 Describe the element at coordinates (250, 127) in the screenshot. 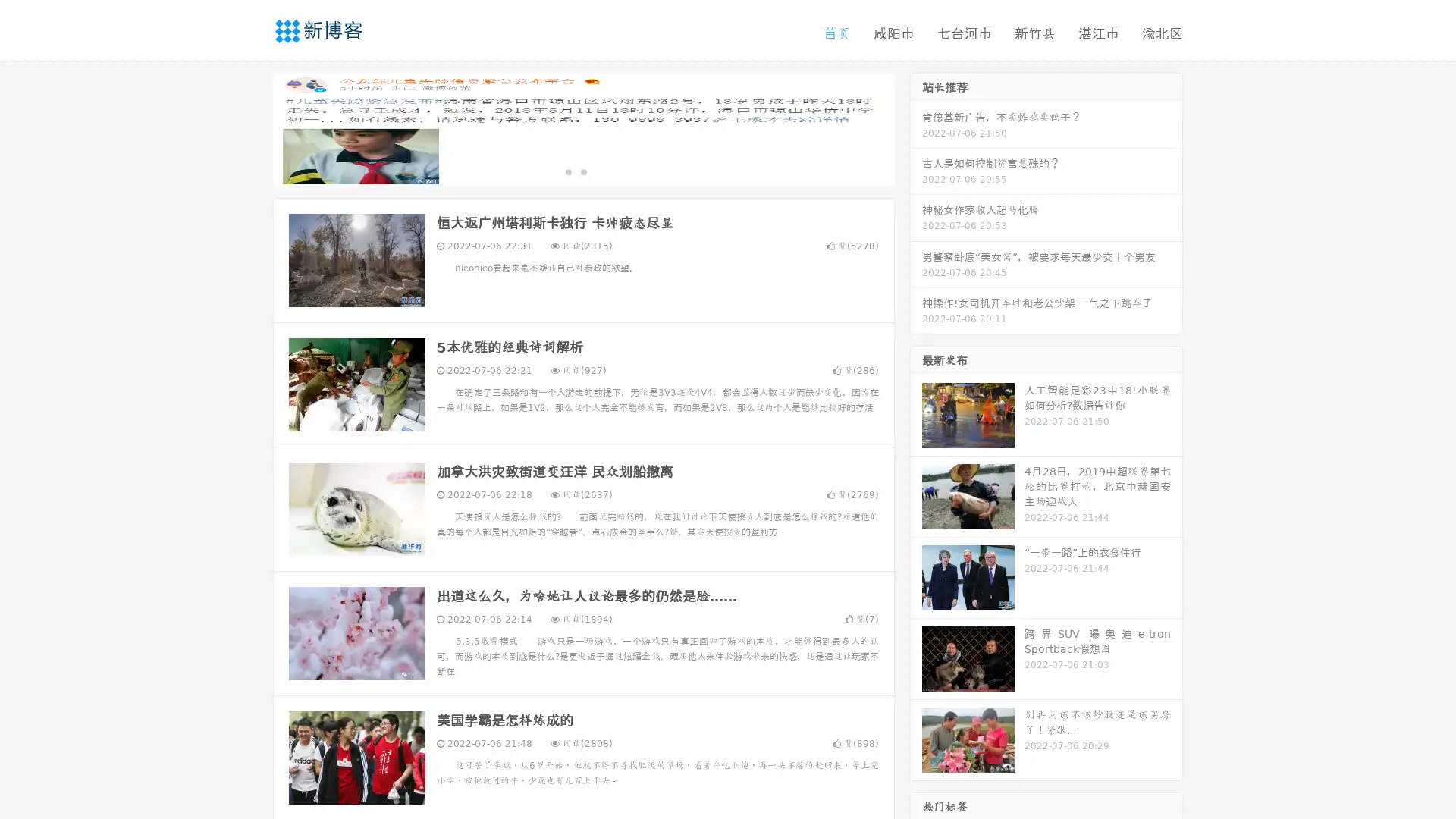

I see `Previous slide` at that location.